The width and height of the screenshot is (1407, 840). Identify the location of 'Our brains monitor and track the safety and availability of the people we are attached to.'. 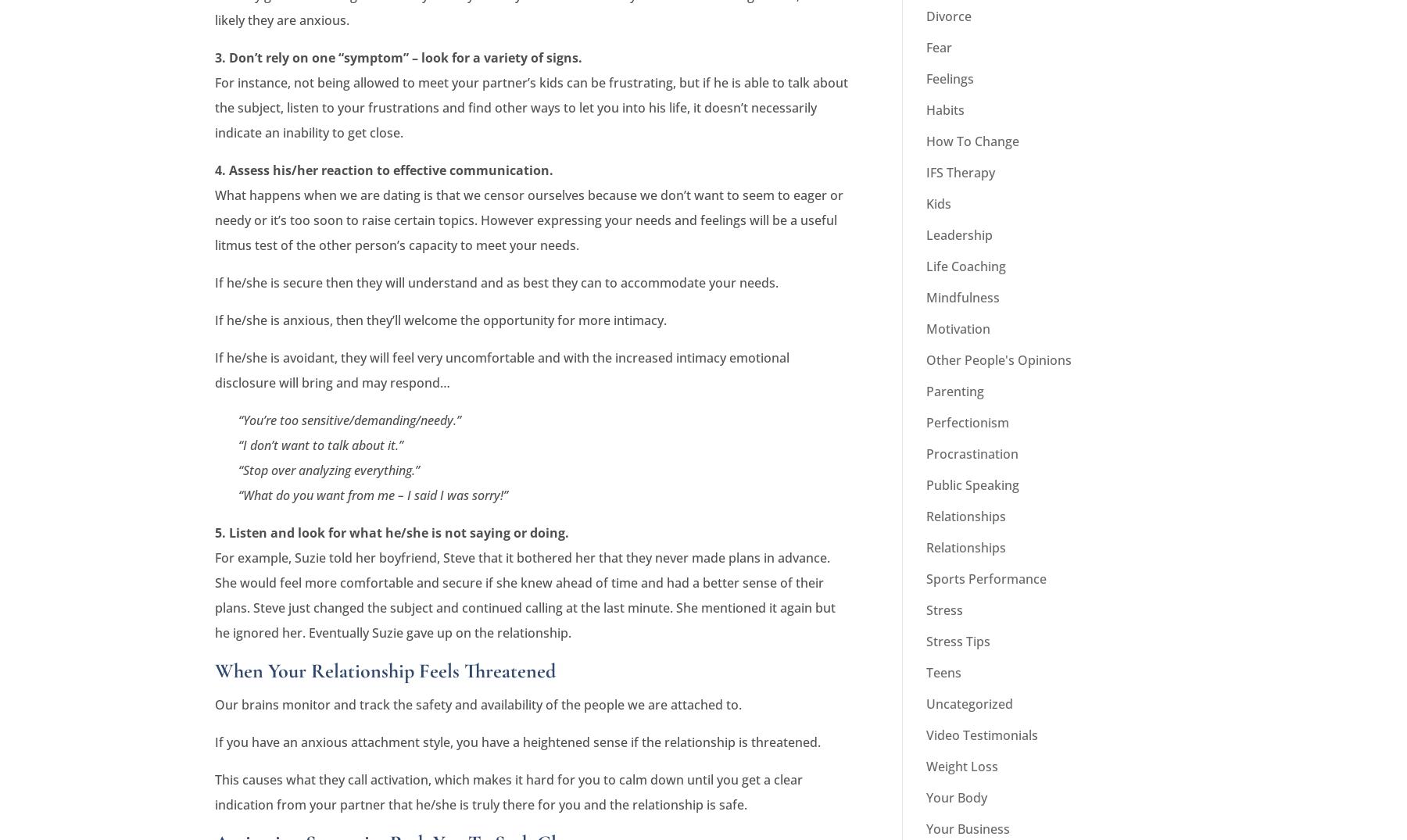
(478, 704).